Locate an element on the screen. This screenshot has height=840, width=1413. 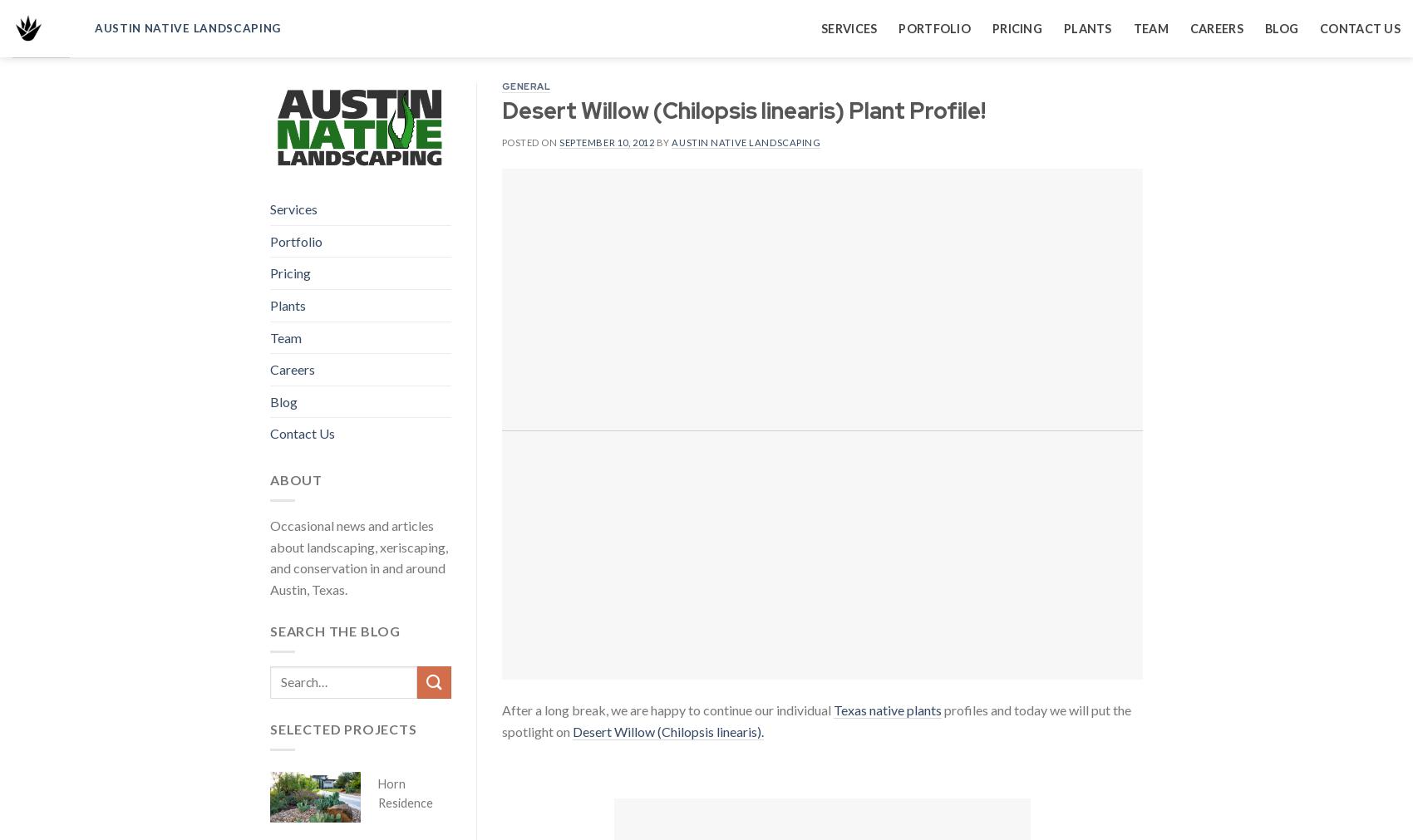
'General' is located at coordinates (524, 86).